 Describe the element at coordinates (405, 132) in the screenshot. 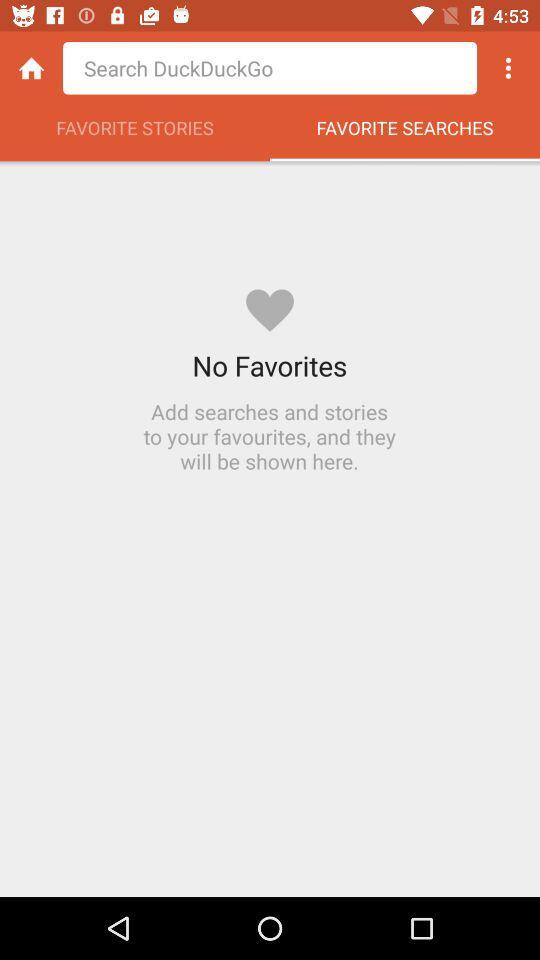

I see `icon next to favorite stories app` at that location.